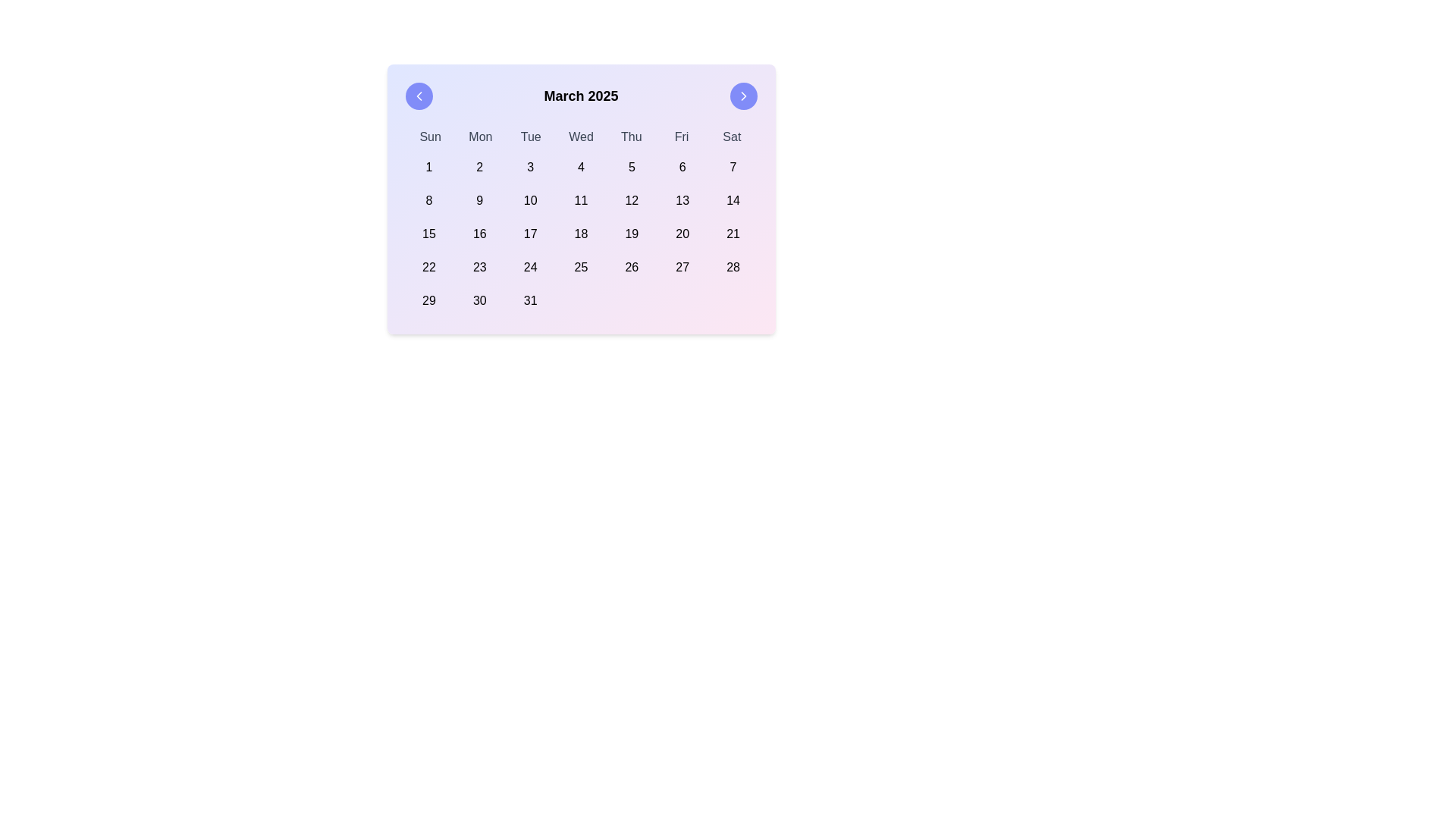  Describe the element at coordinates (682, 200) in the screenshot. I see `the clickable text item representing the calendar date located in the second week, Friday column` at that location.